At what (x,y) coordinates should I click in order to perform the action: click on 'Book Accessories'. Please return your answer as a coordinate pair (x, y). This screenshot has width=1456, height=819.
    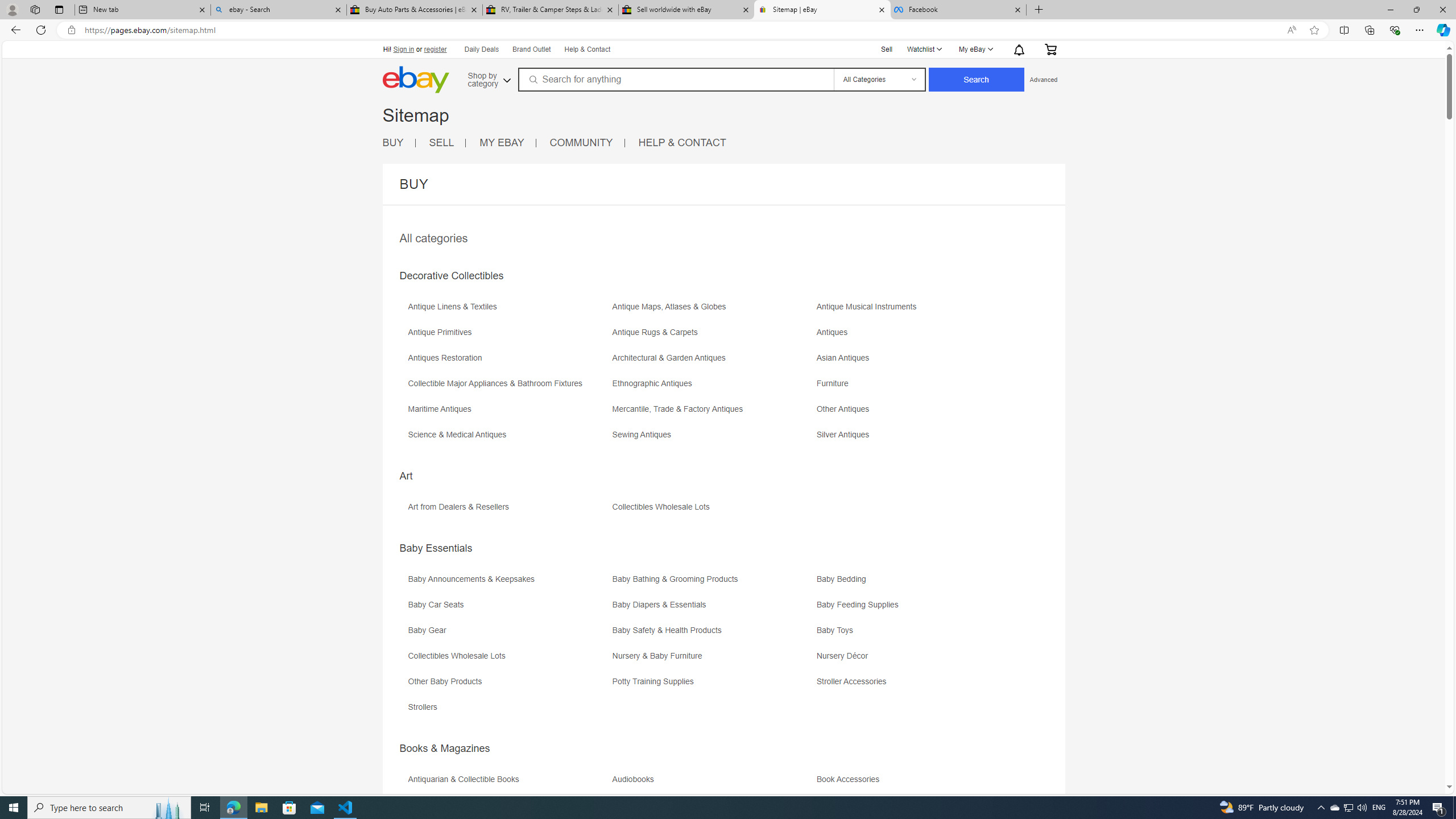
    Looking at the image, I should click on (851, 779).